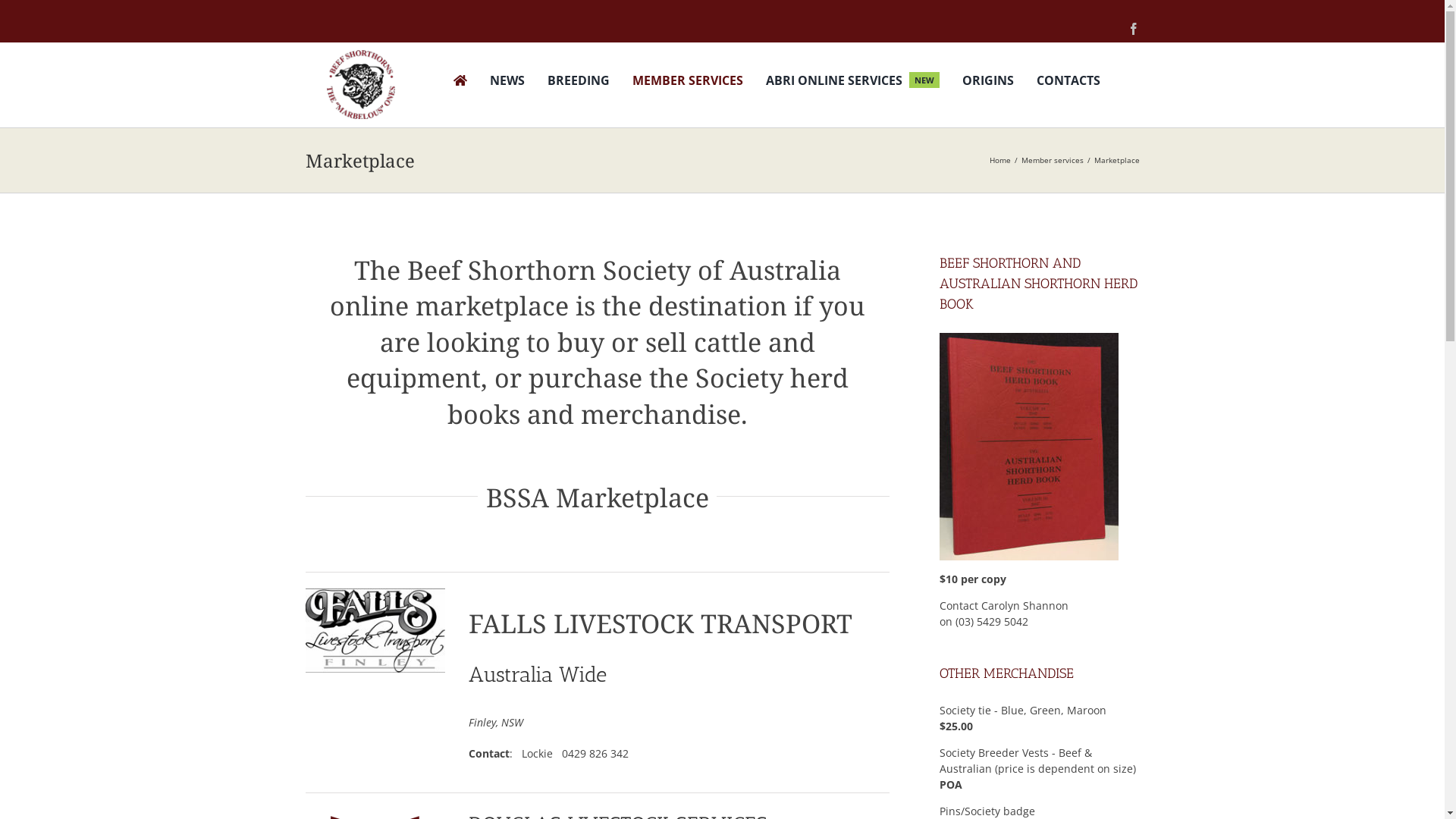 The image size is (1456, 819). What do you see at coordinates (987, 82) in the screenshot?
I see `'ORIGINS'` at bounding box center [987, 82].